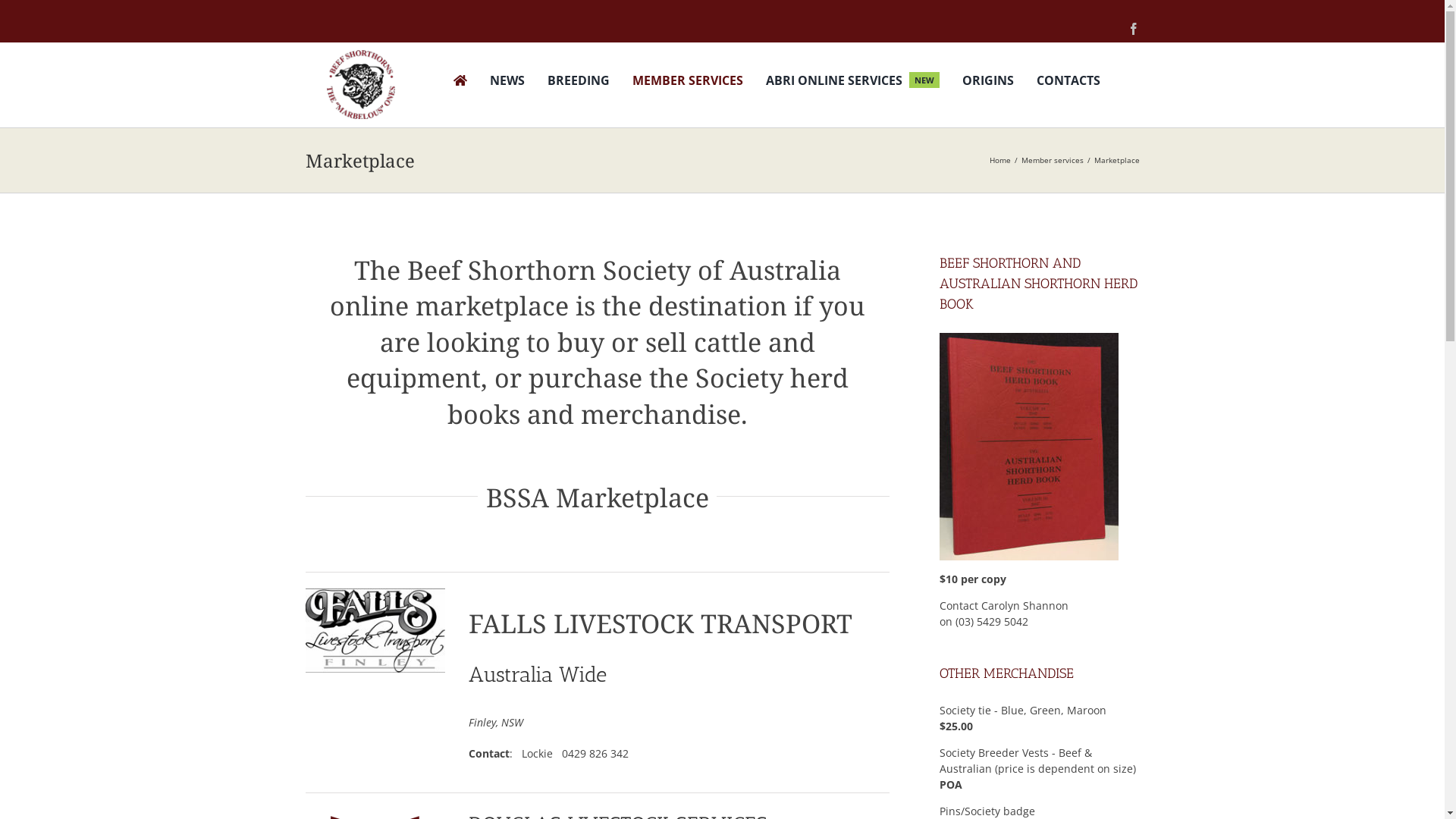 The image size is (1456, 819). What do you see at coordinates (987, 82) in the screenshot?
I see `'ORIGINS'` at bounding box center [987, 82].